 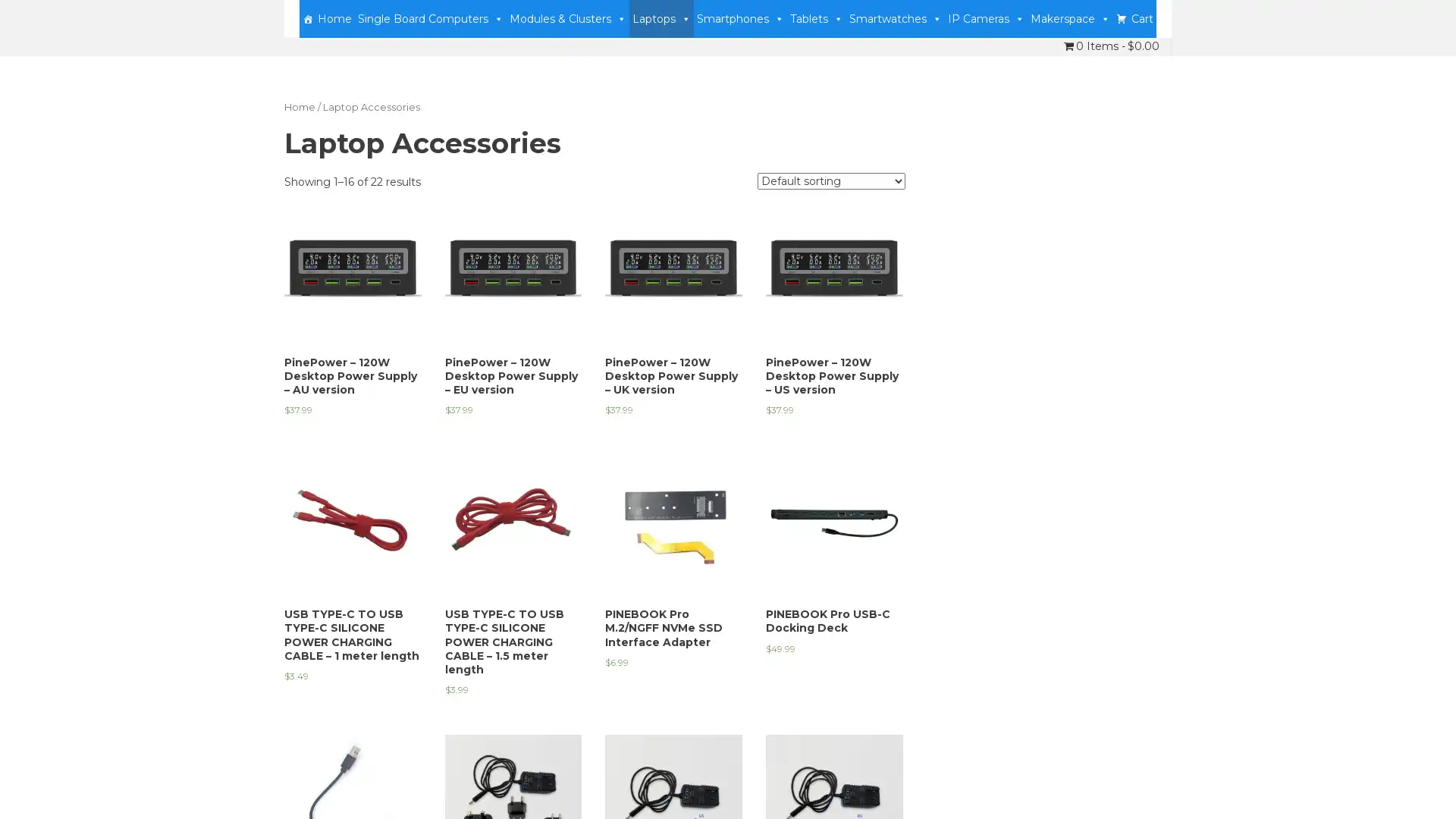 I want to click on Accept, so click(x=960, y=795).